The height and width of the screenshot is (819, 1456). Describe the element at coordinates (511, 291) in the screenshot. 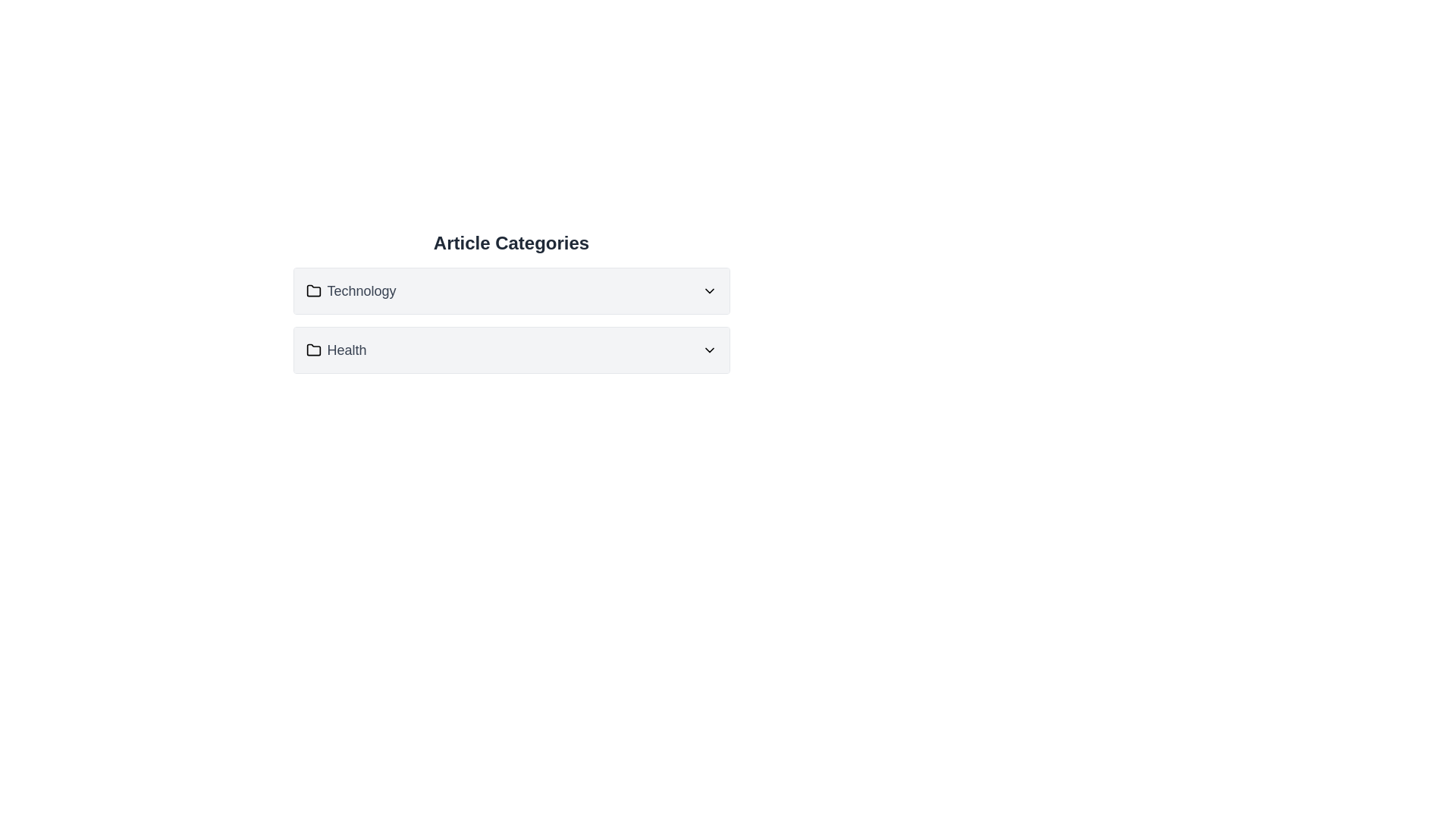

I see `the Category Selection Button labeled 'Technology'` at that location.